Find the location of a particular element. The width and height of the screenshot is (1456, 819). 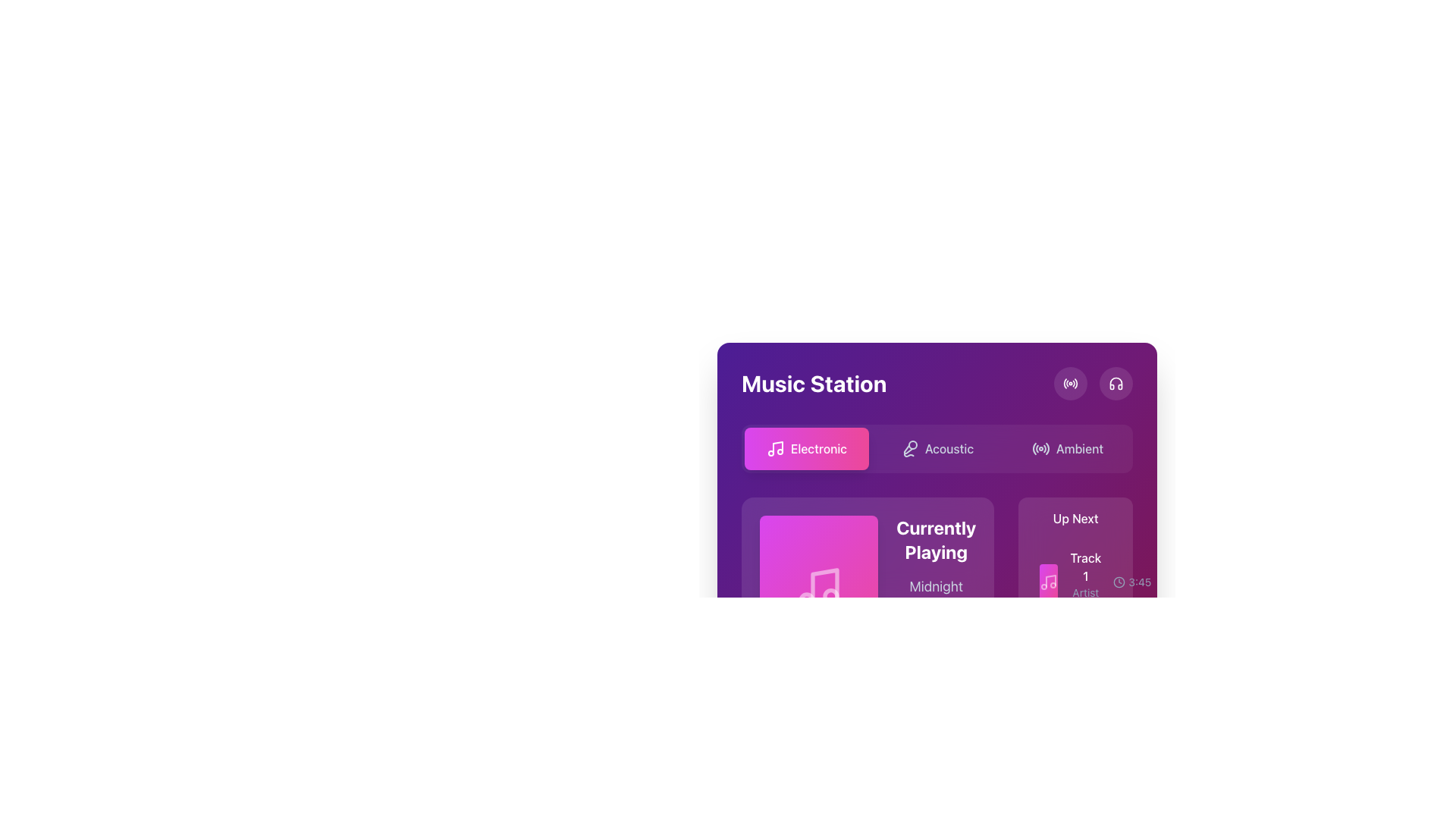

the headphone icon button located at the top-right corner of the music application interface for additional options is located at coordinates (1116, 382).